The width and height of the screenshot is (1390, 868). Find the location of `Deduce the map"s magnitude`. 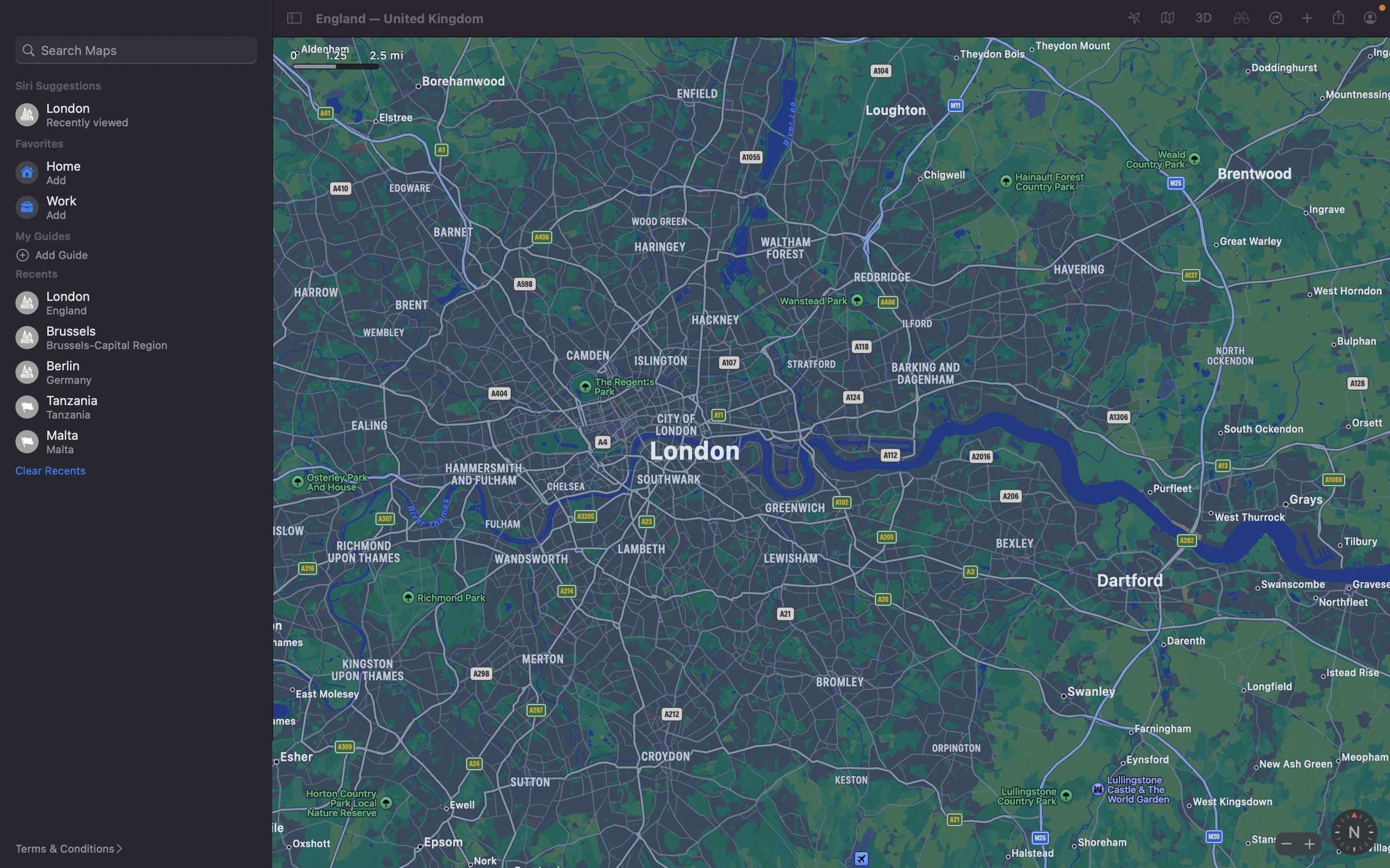

Deduce the map"s magnitude is located at coordinates (1285, 843).